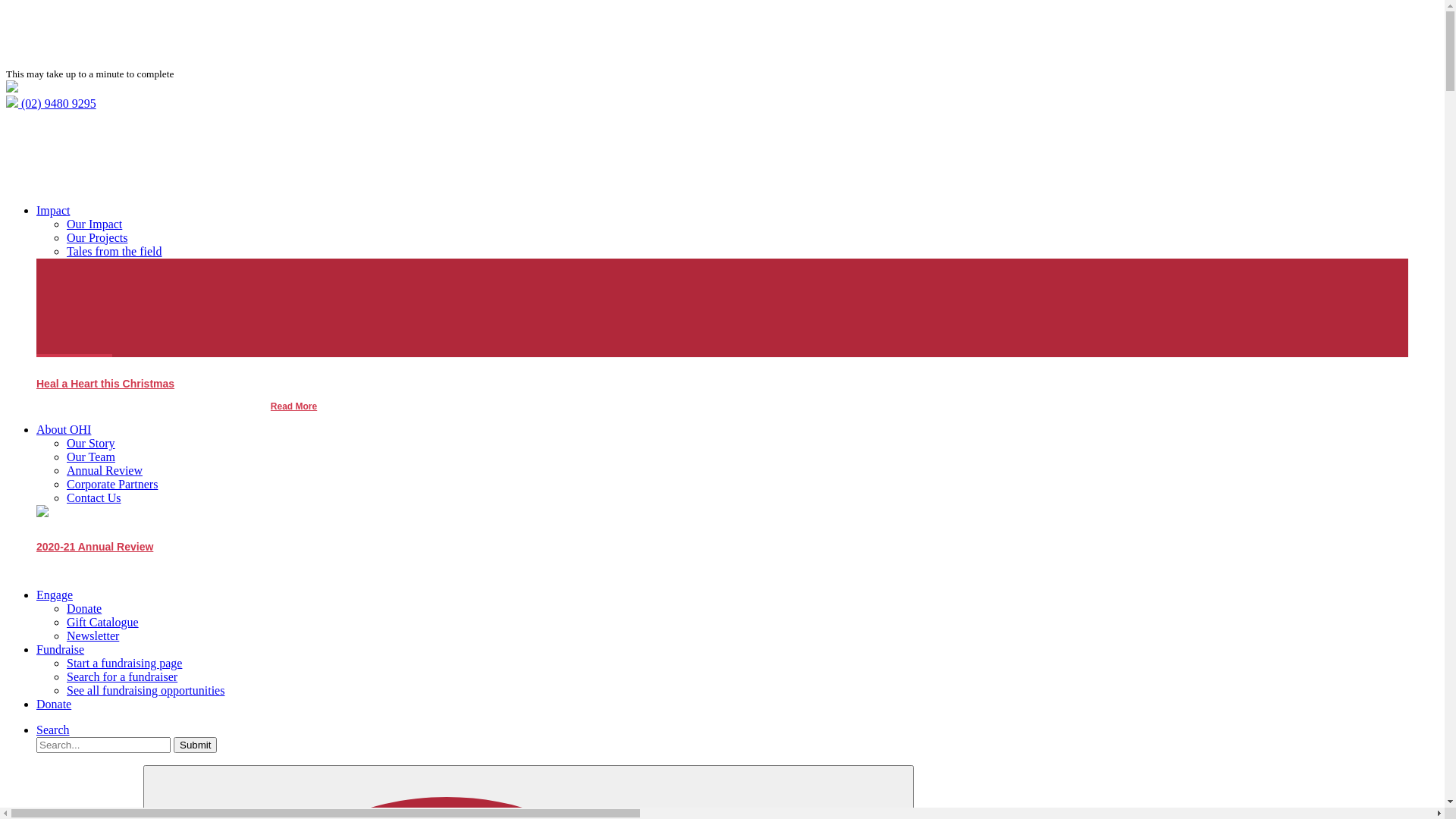  Describe the element at coordinates (270, 406) in the screenshot. I see `'Read More'` at that location.